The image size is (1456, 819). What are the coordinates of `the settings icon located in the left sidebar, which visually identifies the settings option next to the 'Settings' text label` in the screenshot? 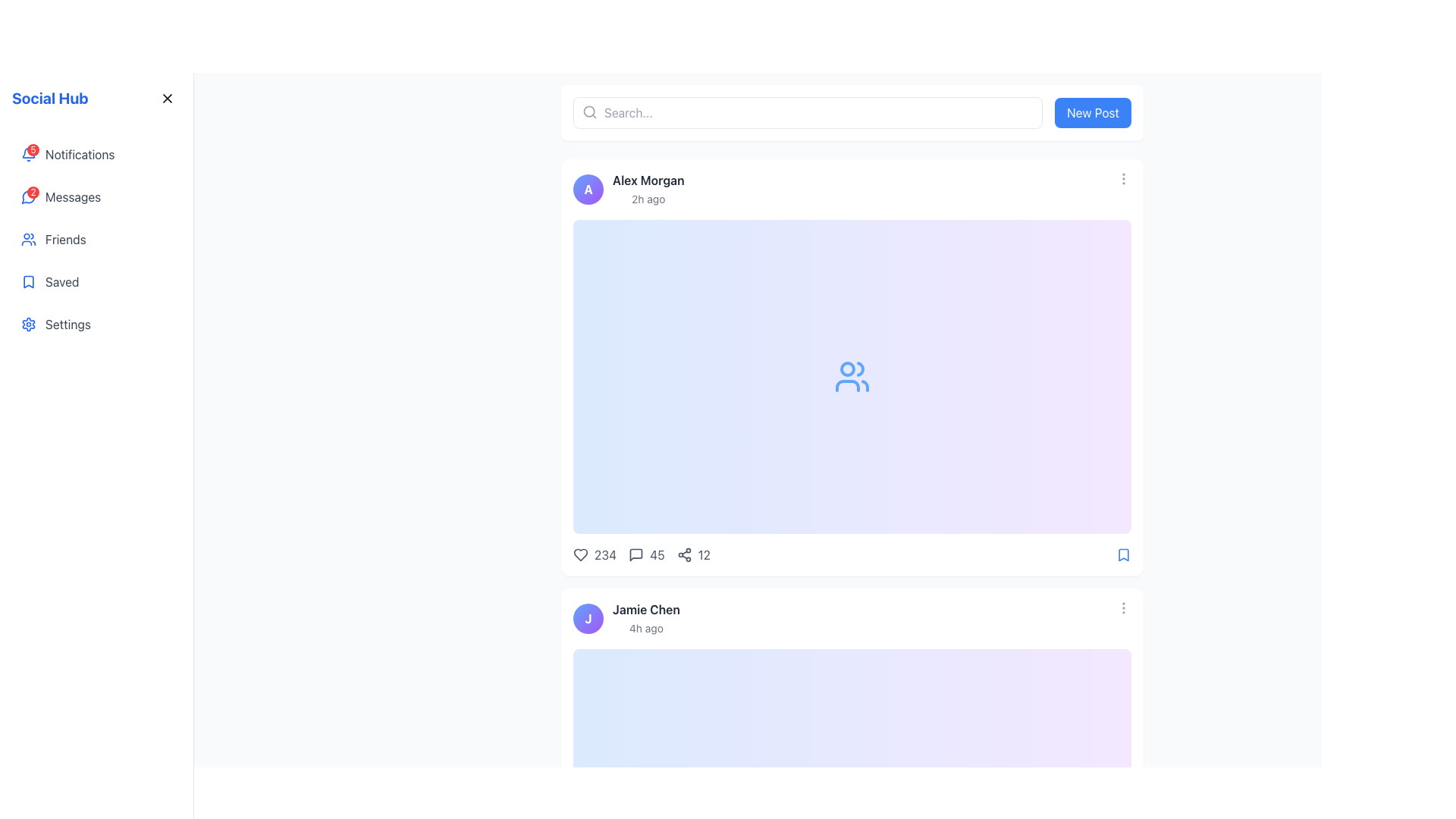 It's located at (29, 324).